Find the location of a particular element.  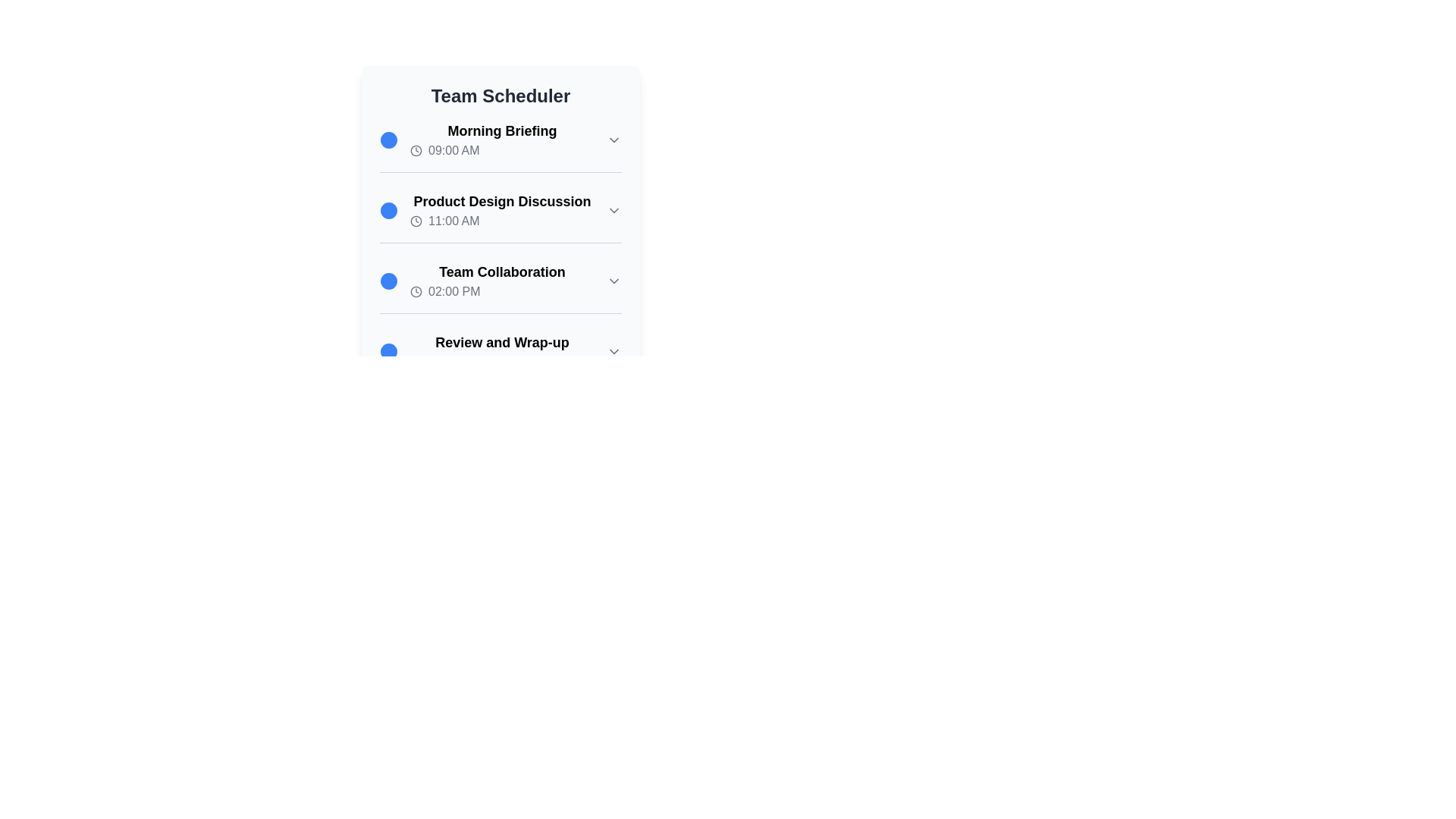

the Information-display panel that displays details about the 'Product Design Discussion' event scheduled at 11:00 AM, located between 'Morning Briefing' and 'Team Collaboration' is located at coordinates (500, 234).